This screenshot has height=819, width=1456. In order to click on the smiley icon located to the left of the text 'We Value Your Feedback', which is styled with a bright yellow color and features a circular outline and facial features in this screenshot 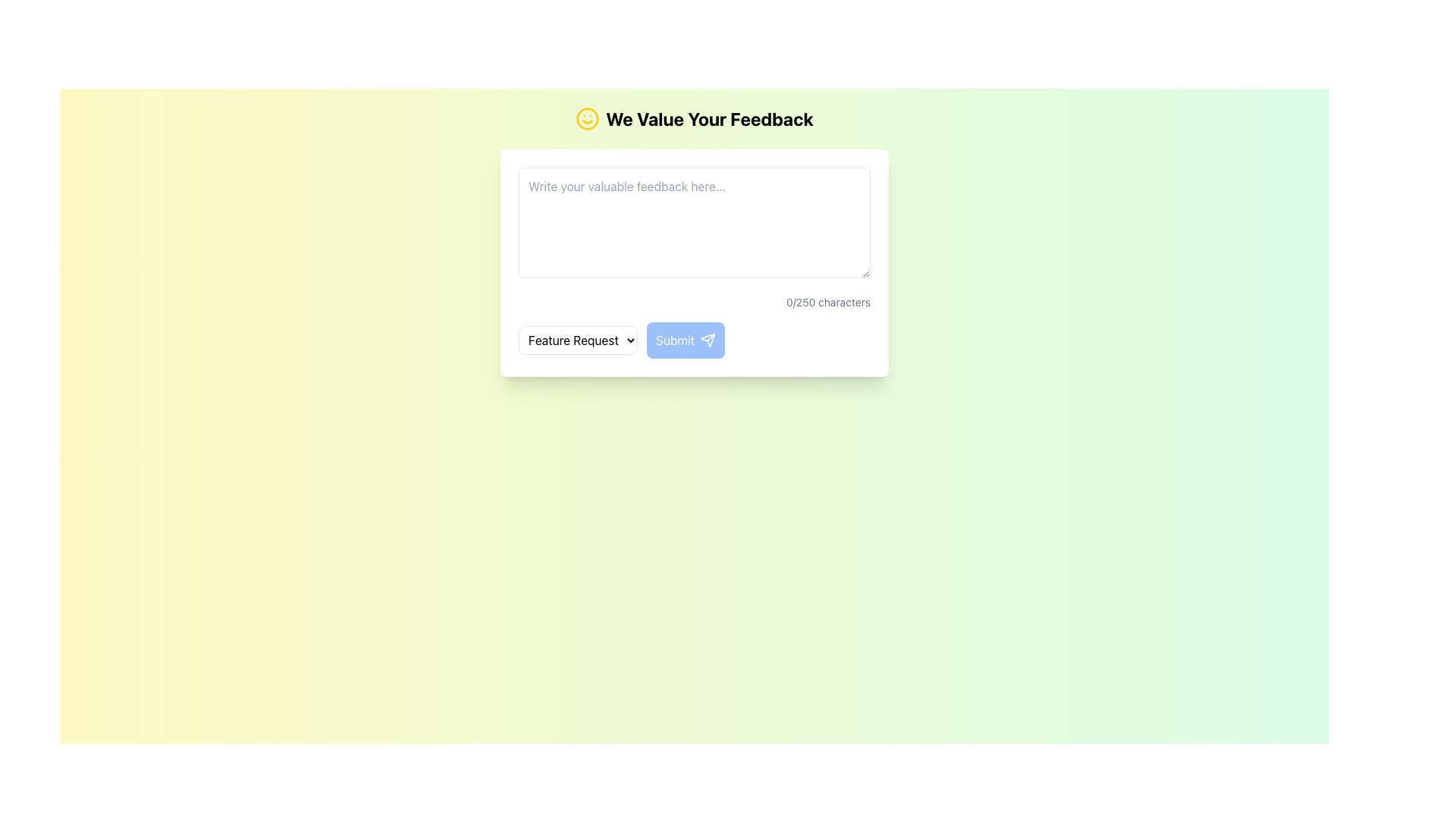, I will do `click(587, 118)`.